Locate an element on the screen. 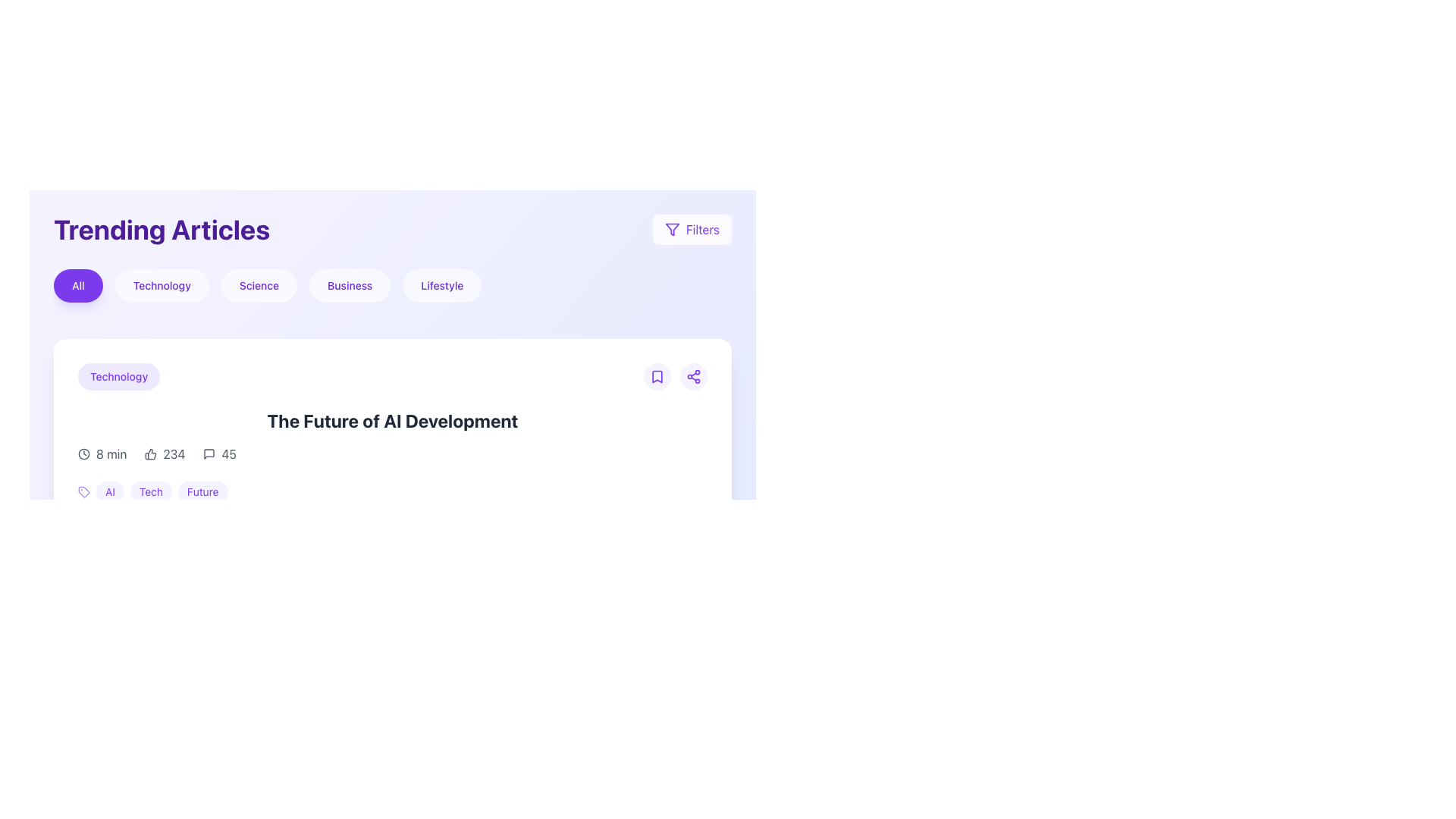 This screenshot has height=819, width=1456. the violet bookmark icon located to the right of the article titled 'The Future of AI Development' to bookmark the associated article is located at coordinates (657, 376).